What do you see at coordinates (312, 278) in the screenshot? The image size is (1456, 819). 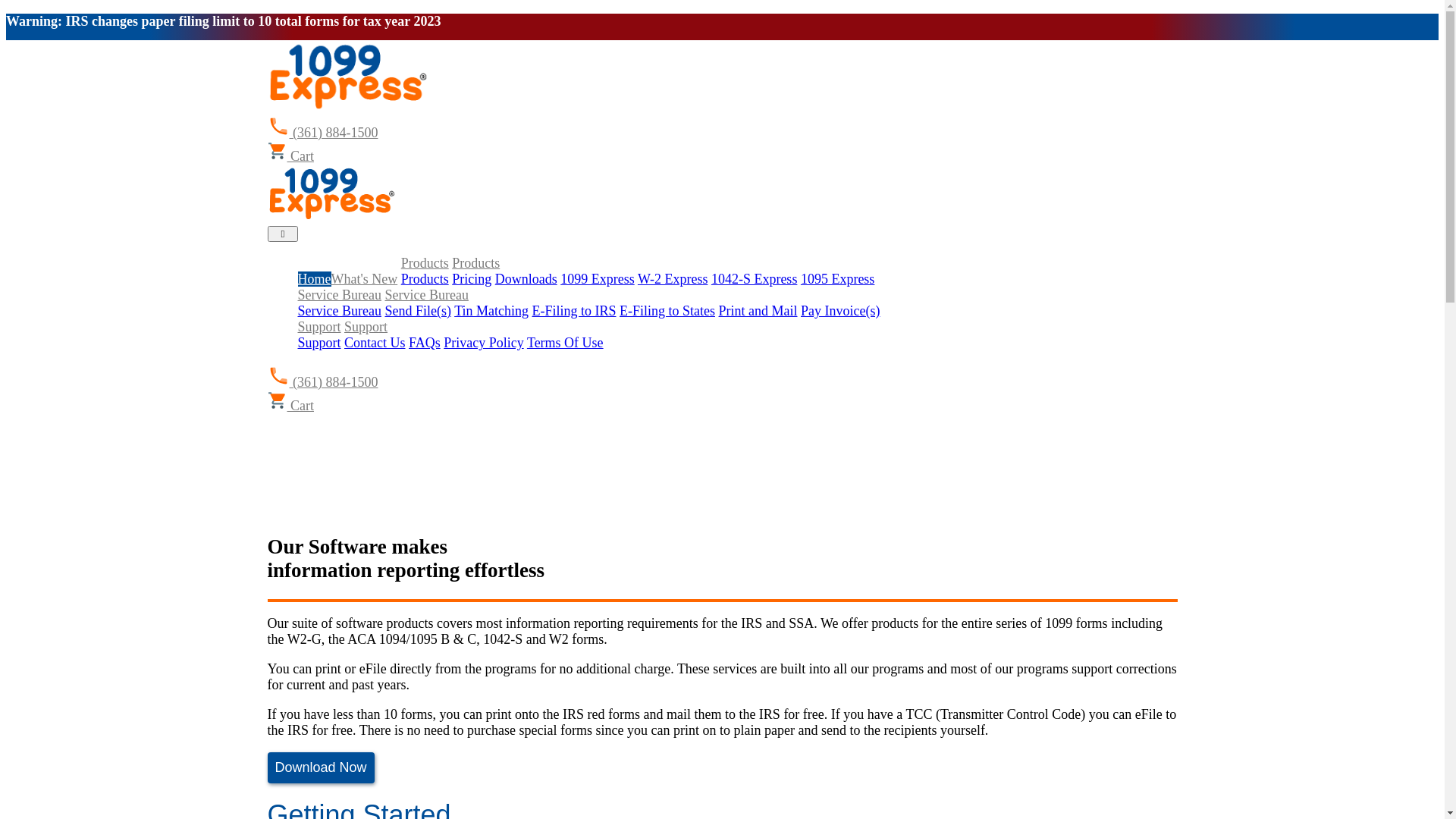 I see `'Home` at bounding box center [312, 278].